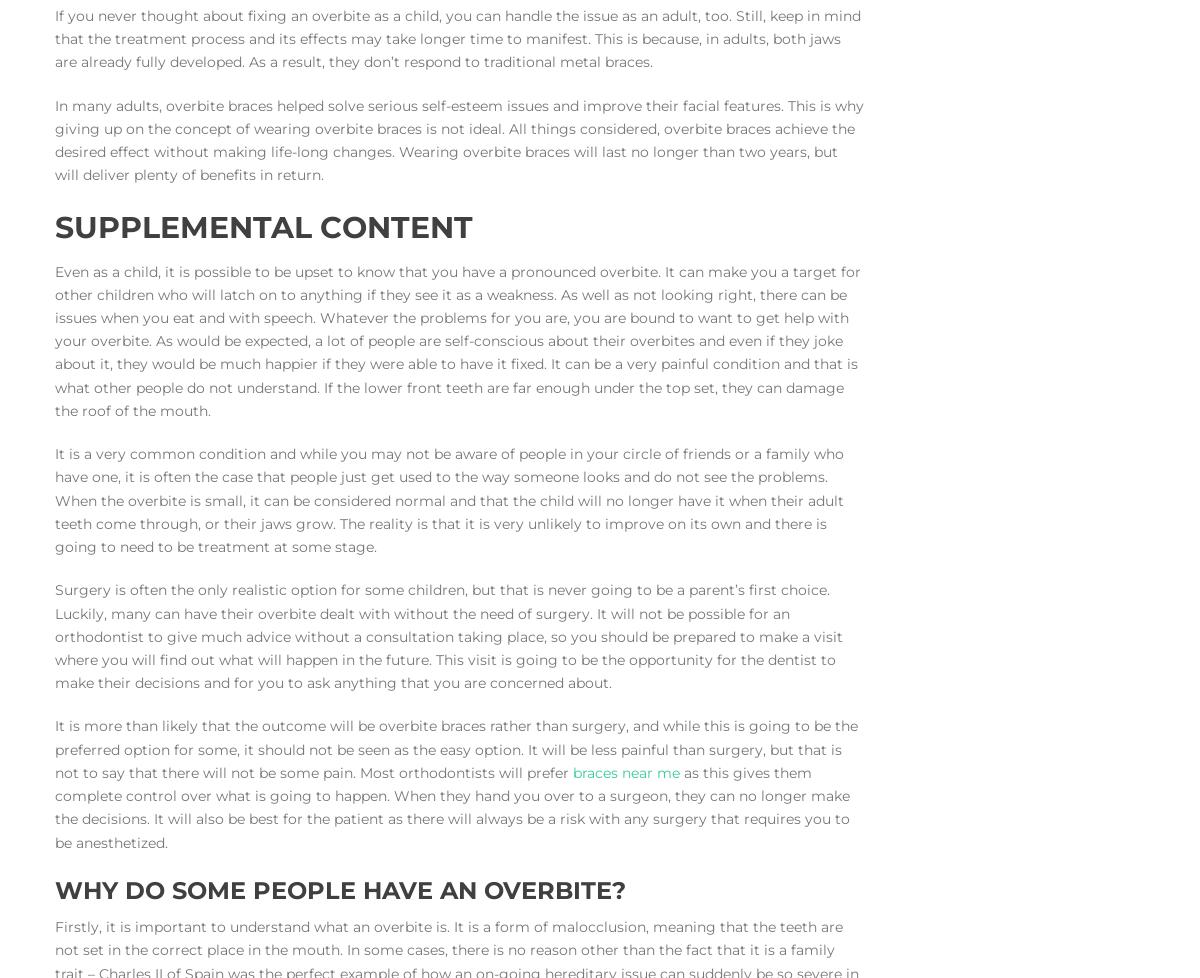 The image size is (1200, 978). I want to click on 'braces near me', so click(572, 771).